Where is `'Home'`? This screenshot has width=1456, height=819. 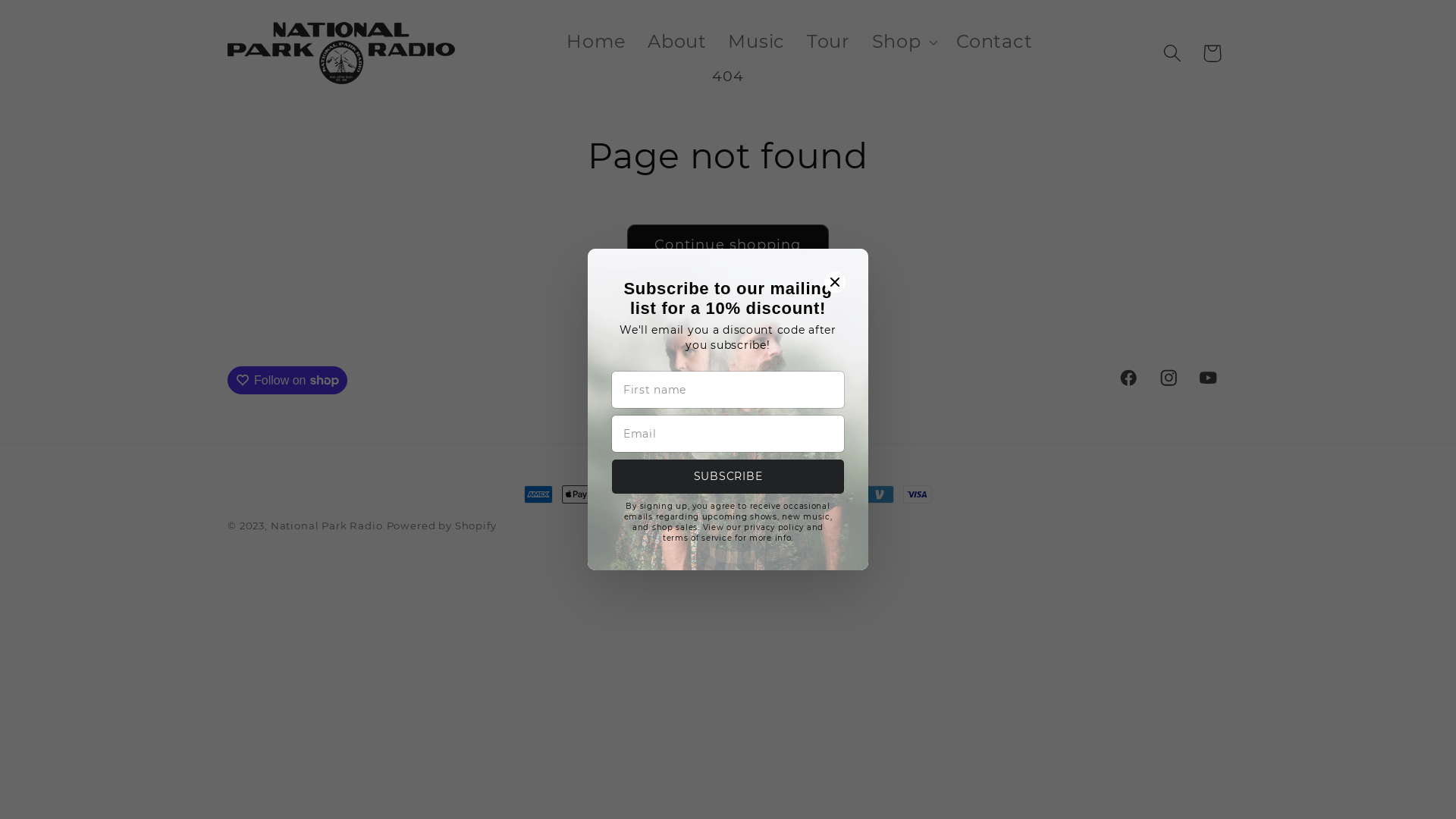 'Home' is located at coordinates (595, 41).